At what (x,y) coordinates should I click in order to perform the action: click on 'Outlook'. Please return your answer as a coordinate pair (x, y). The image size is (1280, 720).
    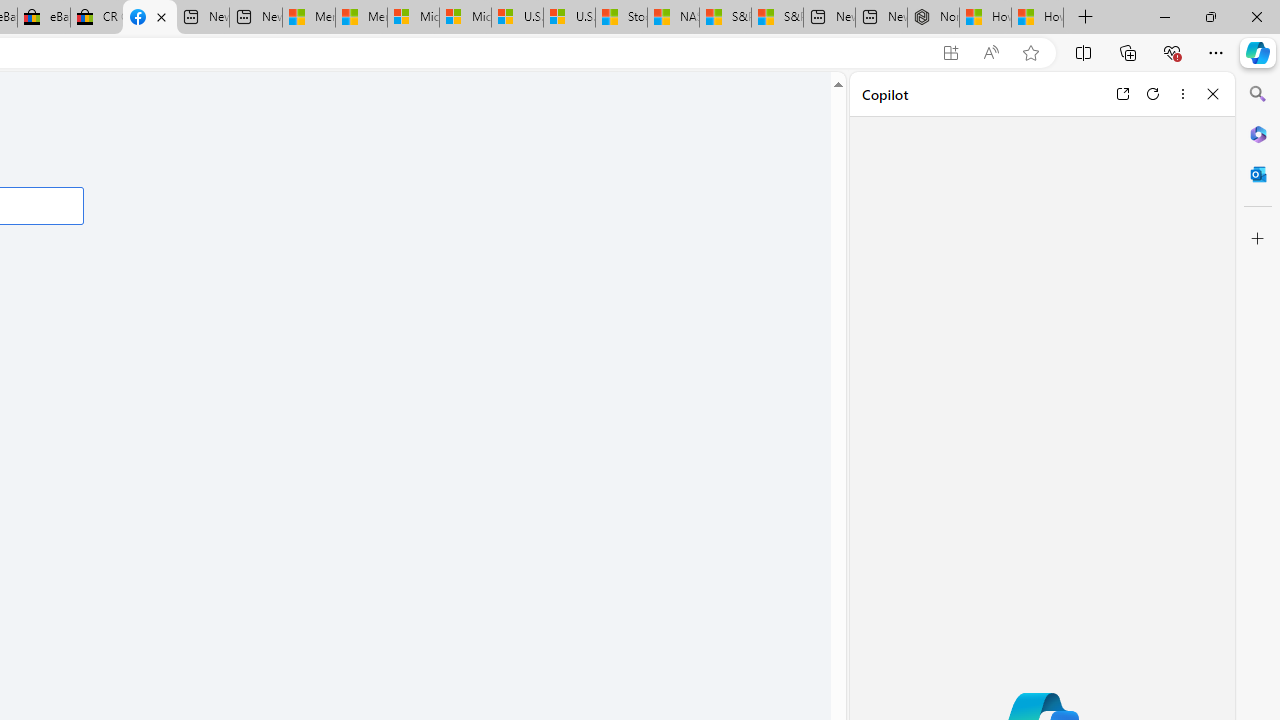
    Looking at the image, I should click on (1257, 173).